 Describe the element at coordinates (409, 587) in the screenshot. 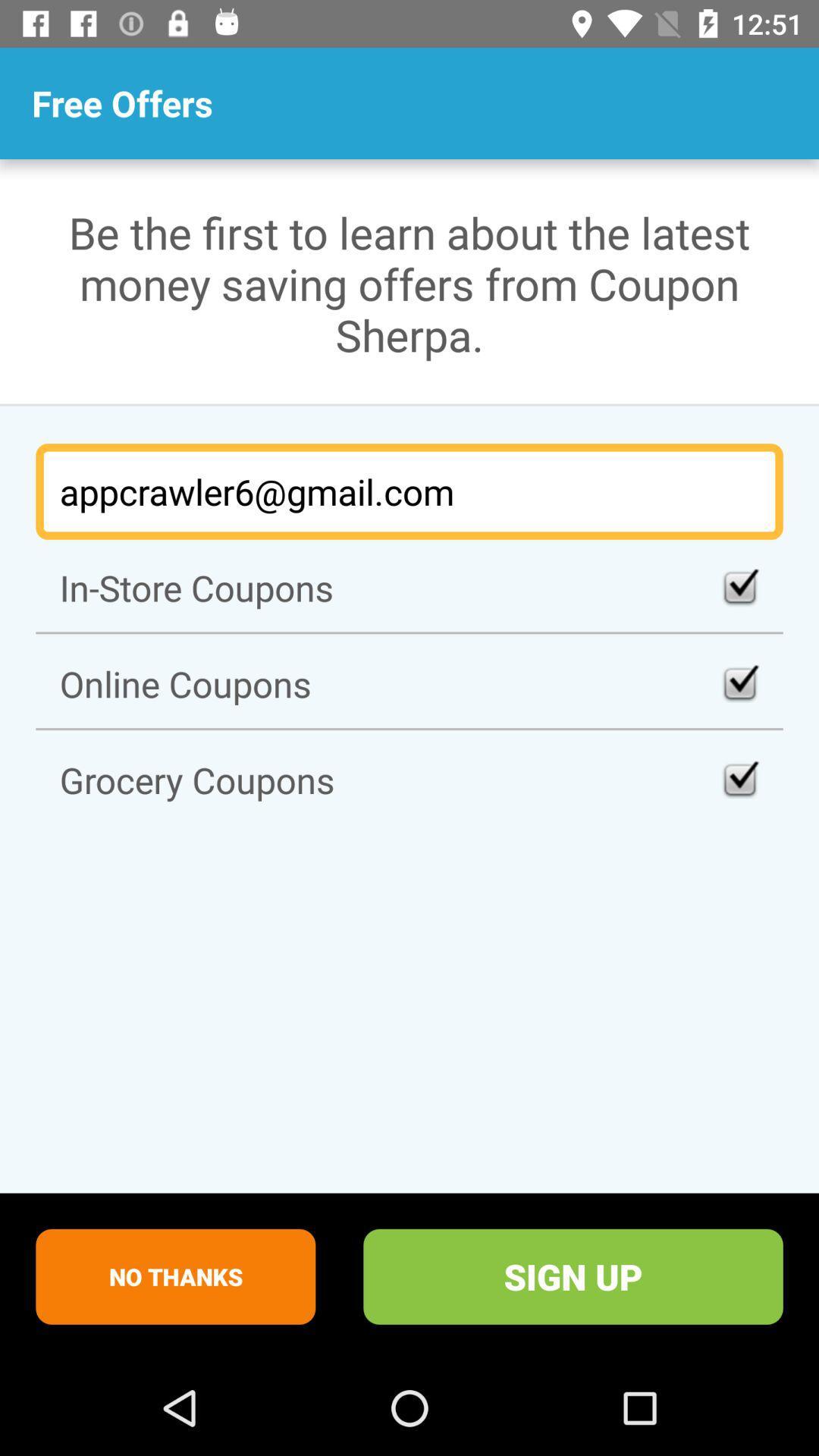

I see `the icon below the appcrawler6@gmail.com item` at that location.